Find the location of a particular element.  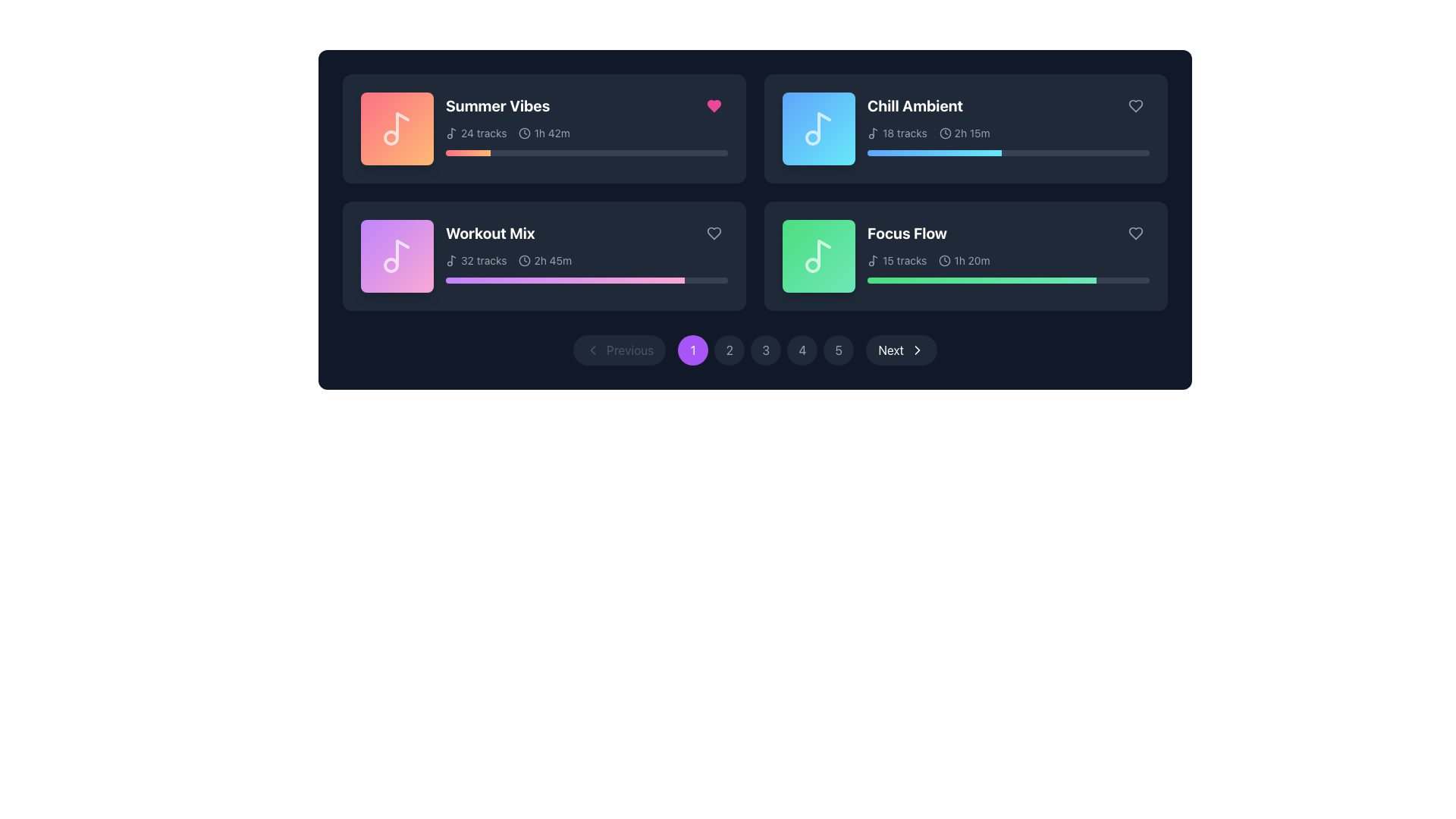

displayed information from the Text label with an icon that shows the total number of tracks in the 'Focus Flow' card's metadata row, which has a music note icon to the left is located at coordinates (897, 259).